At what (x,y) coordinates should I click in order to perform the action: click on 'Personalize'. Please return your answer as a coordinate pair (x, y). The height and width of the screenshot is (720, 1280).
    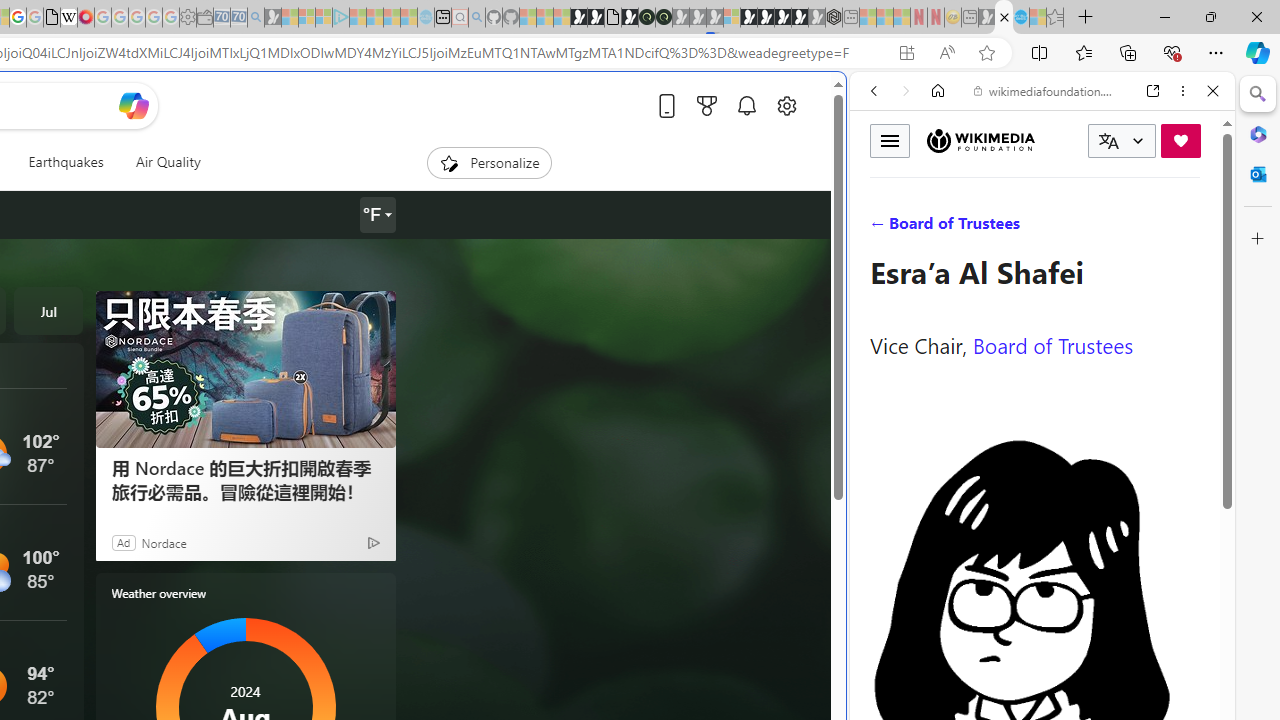
    Looking at the image, I should click on (488, 162).